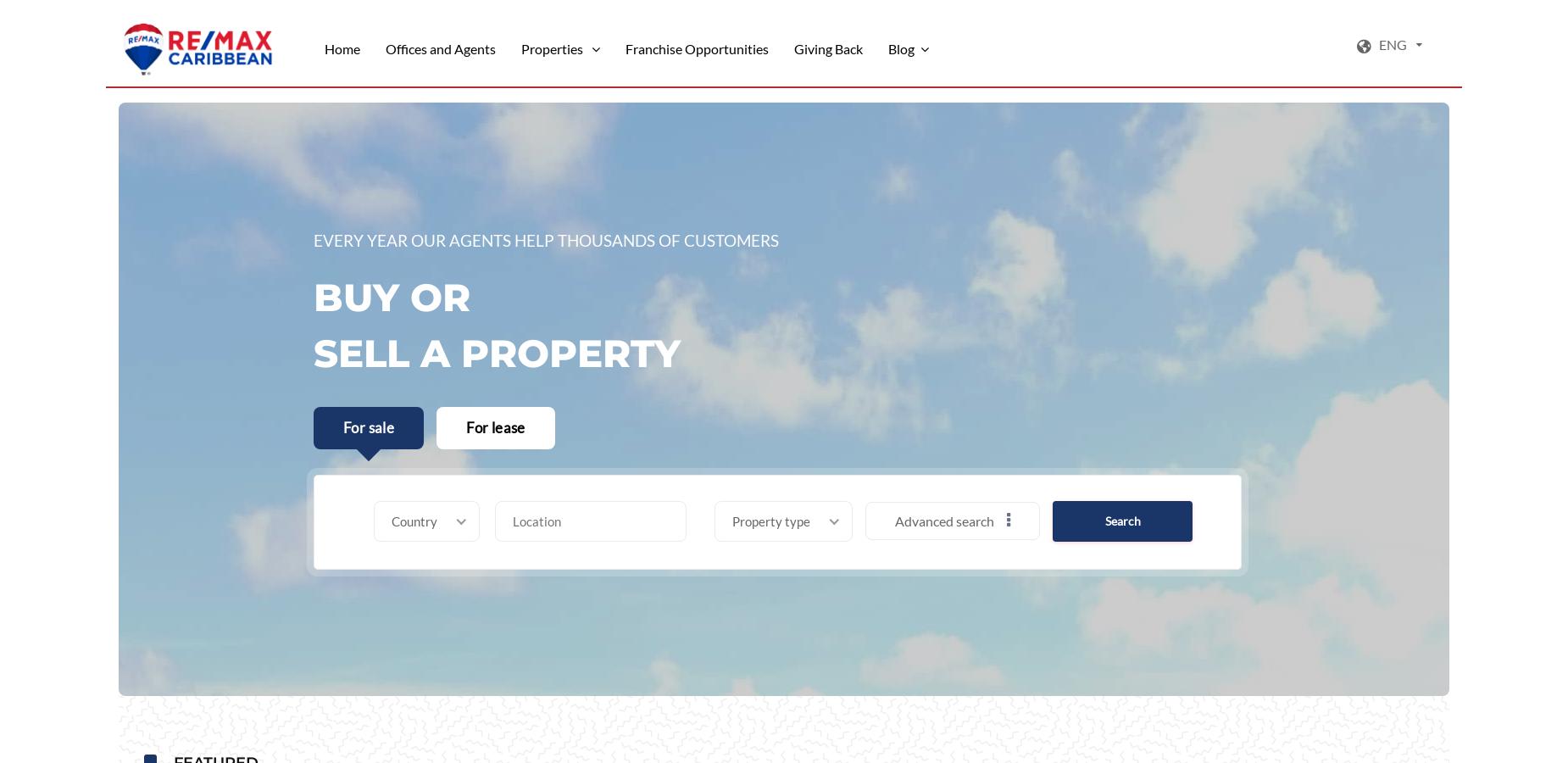  I want to click on 'Mountain/Hill/Farmland', so click(354, 702).